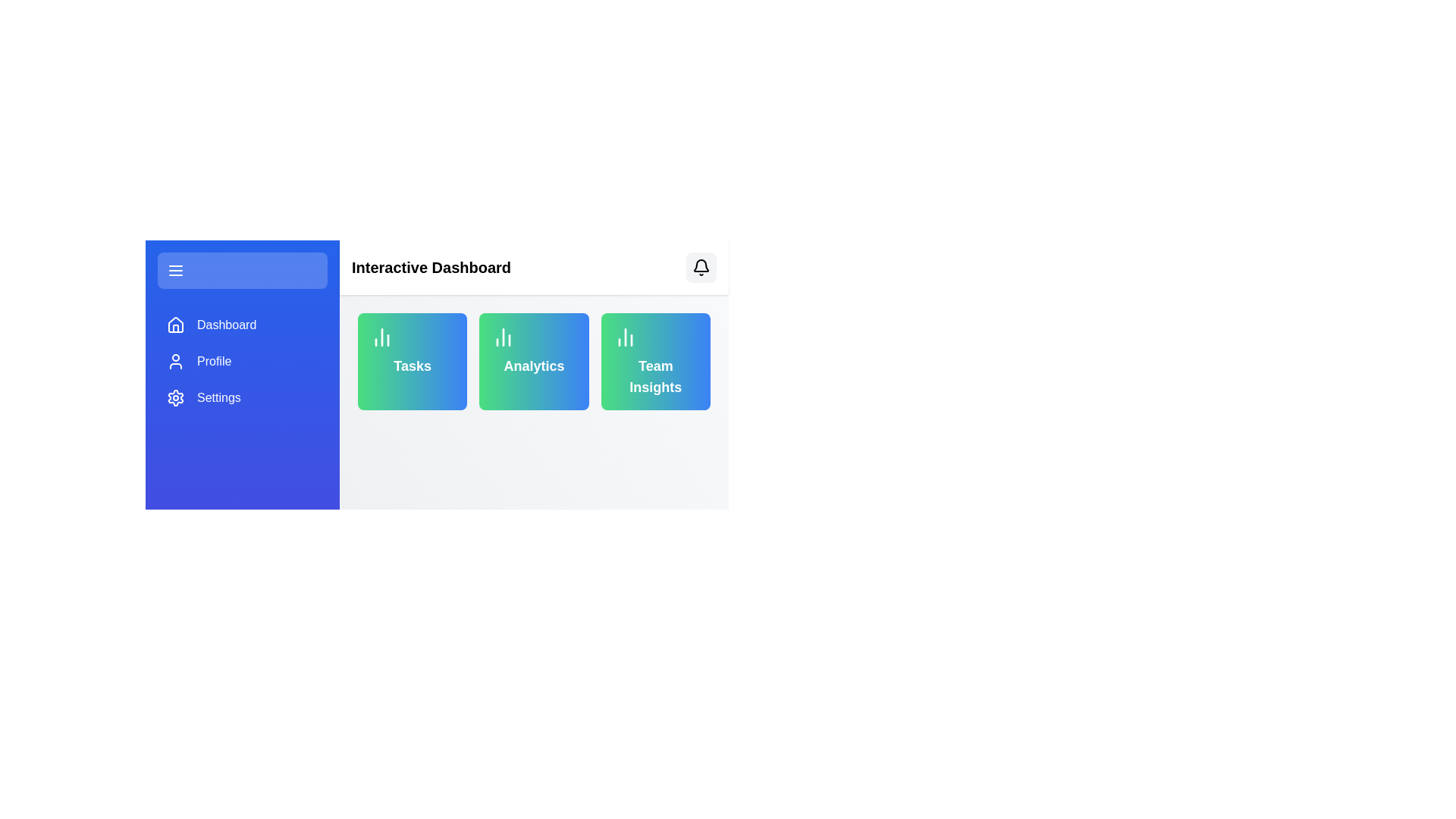 Image resolution: width=1456 pixels, height=819 pixels. I want to click on the 'Profile' text label element in the sidebar menu, so click(213, 362).